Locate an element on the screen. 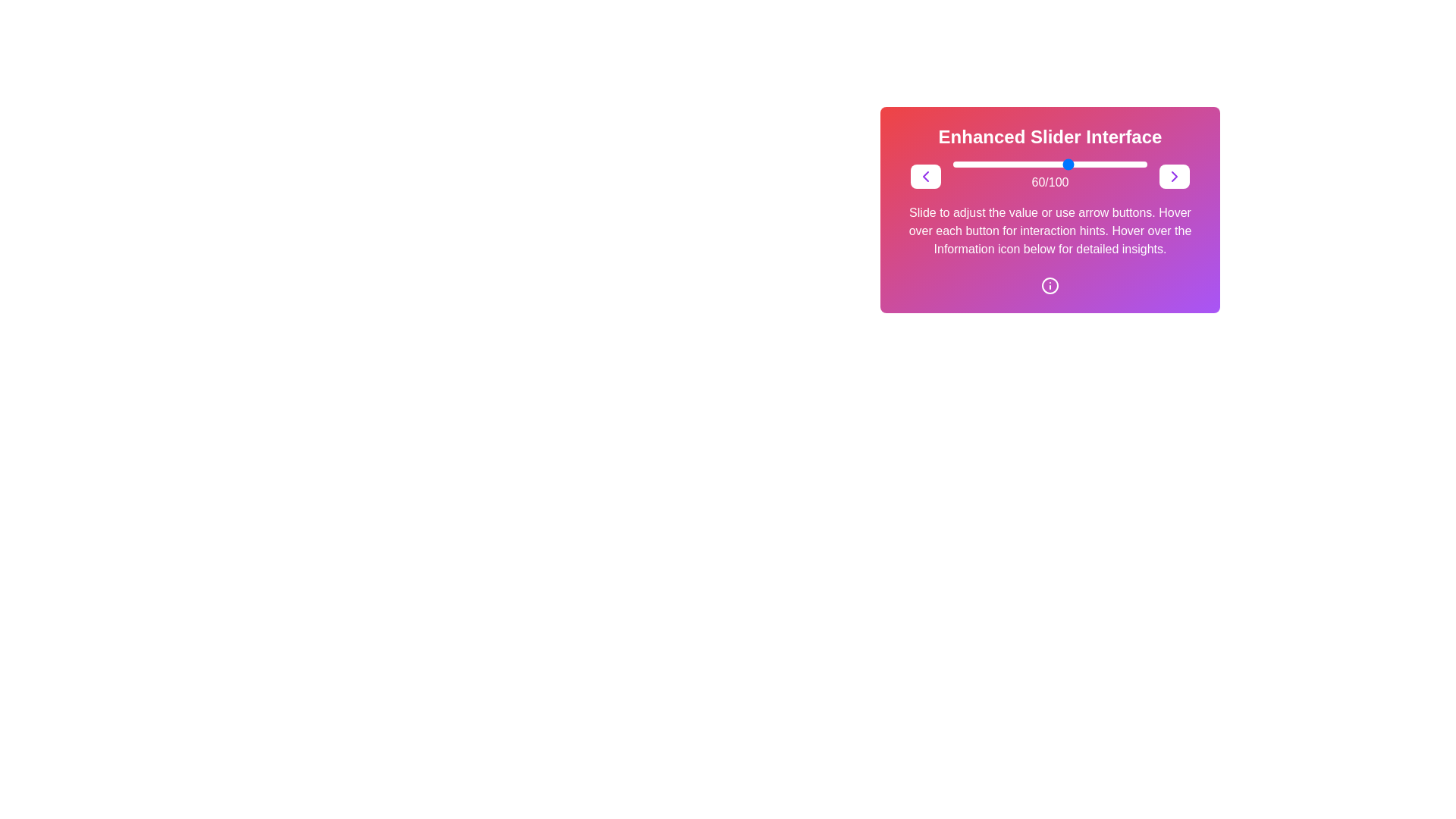  the slider is located at coordinates (1068, 164).